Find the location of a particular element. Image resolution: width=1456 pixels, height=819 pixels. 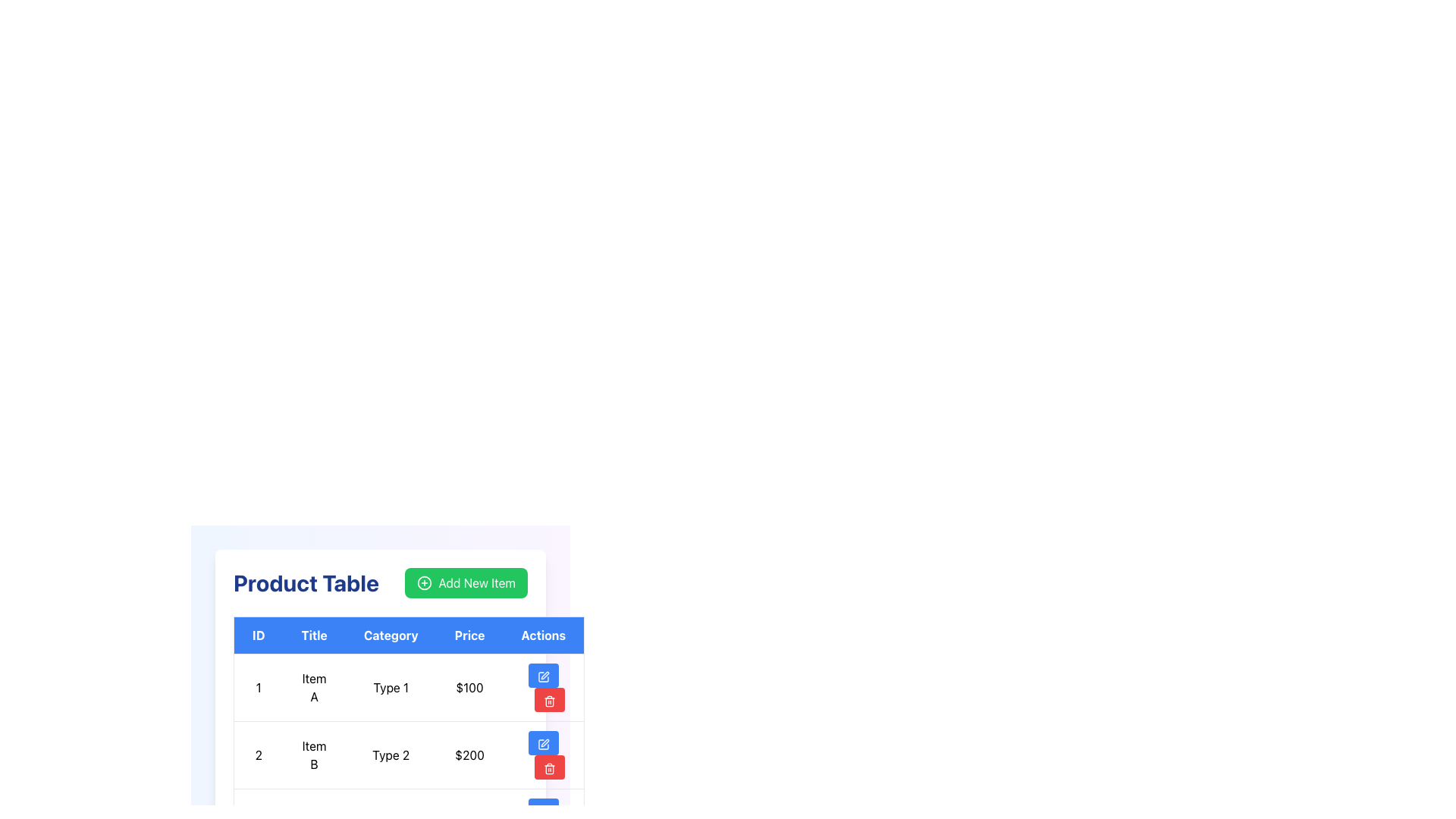

the blue rounded rectangular button with a pencil icon located in the 'Actions' column of the second row of the product information table is located at coordinates (542, 742).